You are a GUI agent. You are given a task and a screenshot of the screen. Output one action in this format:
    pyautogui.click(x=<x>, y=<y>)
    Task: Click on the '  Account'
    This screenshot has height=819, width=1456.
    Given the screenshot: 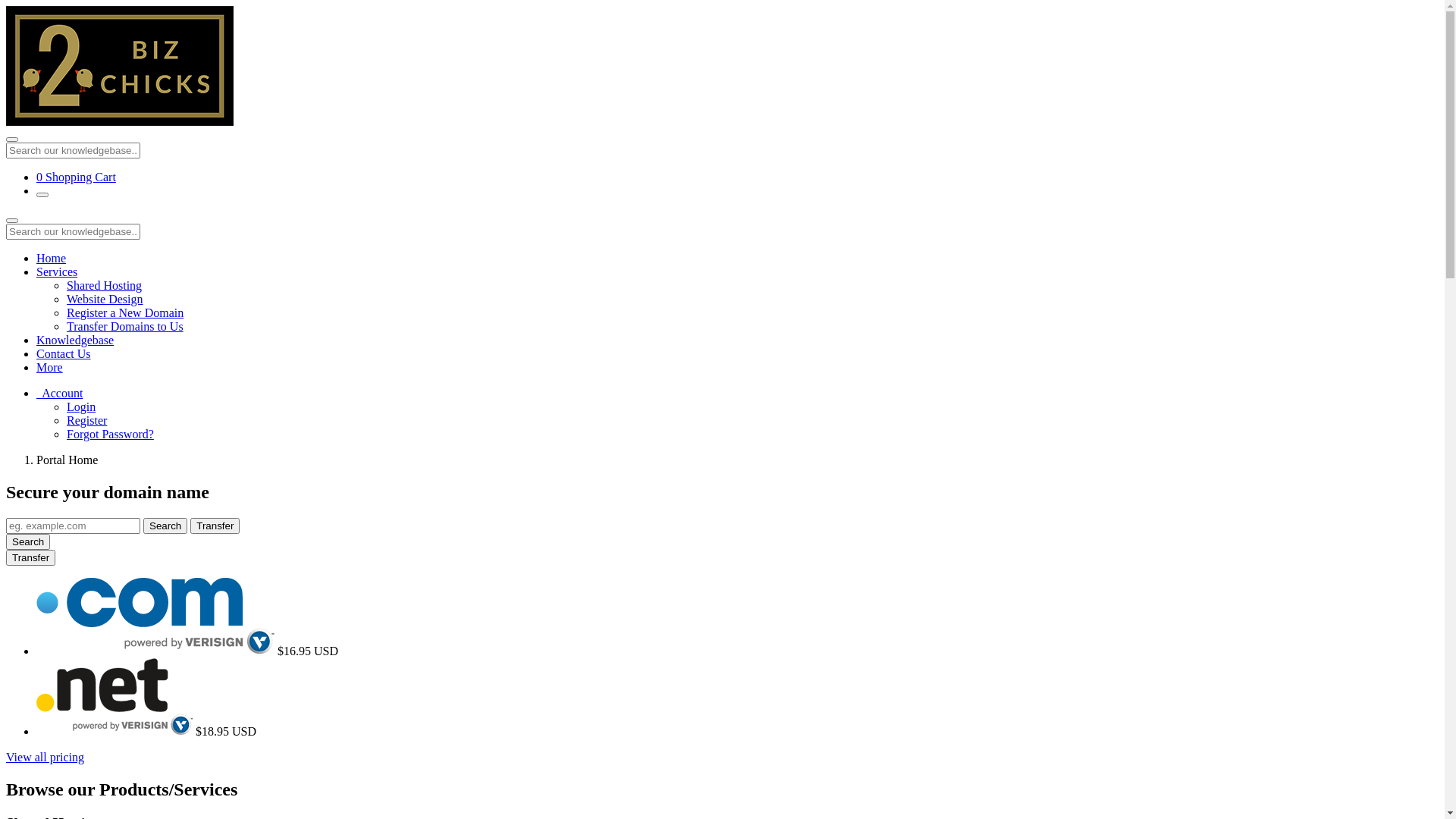 What is the action you would take?
    pyautogui.click(x=36, y=392)
    